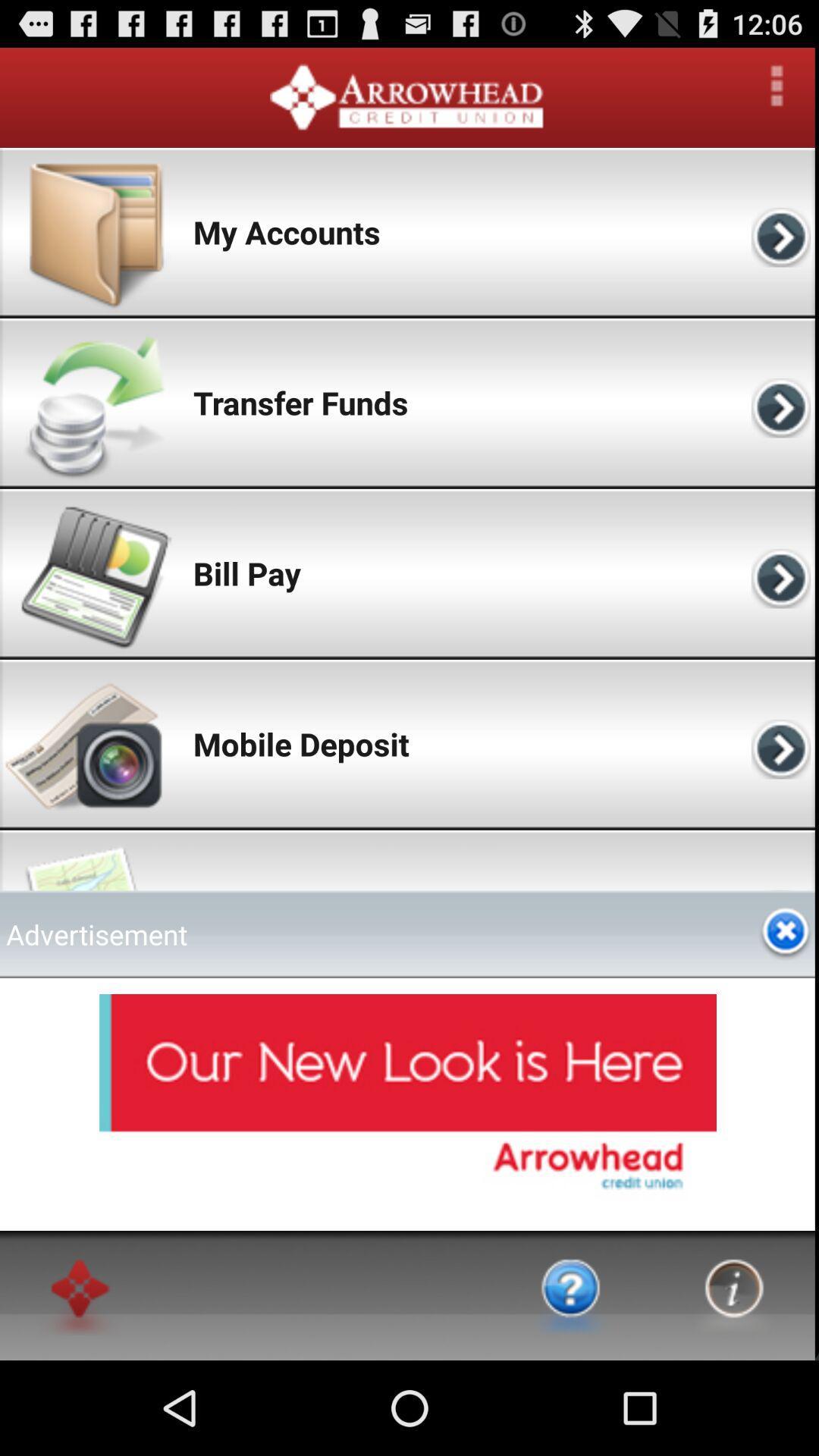  I want to click on get more details, so click(777, 85).